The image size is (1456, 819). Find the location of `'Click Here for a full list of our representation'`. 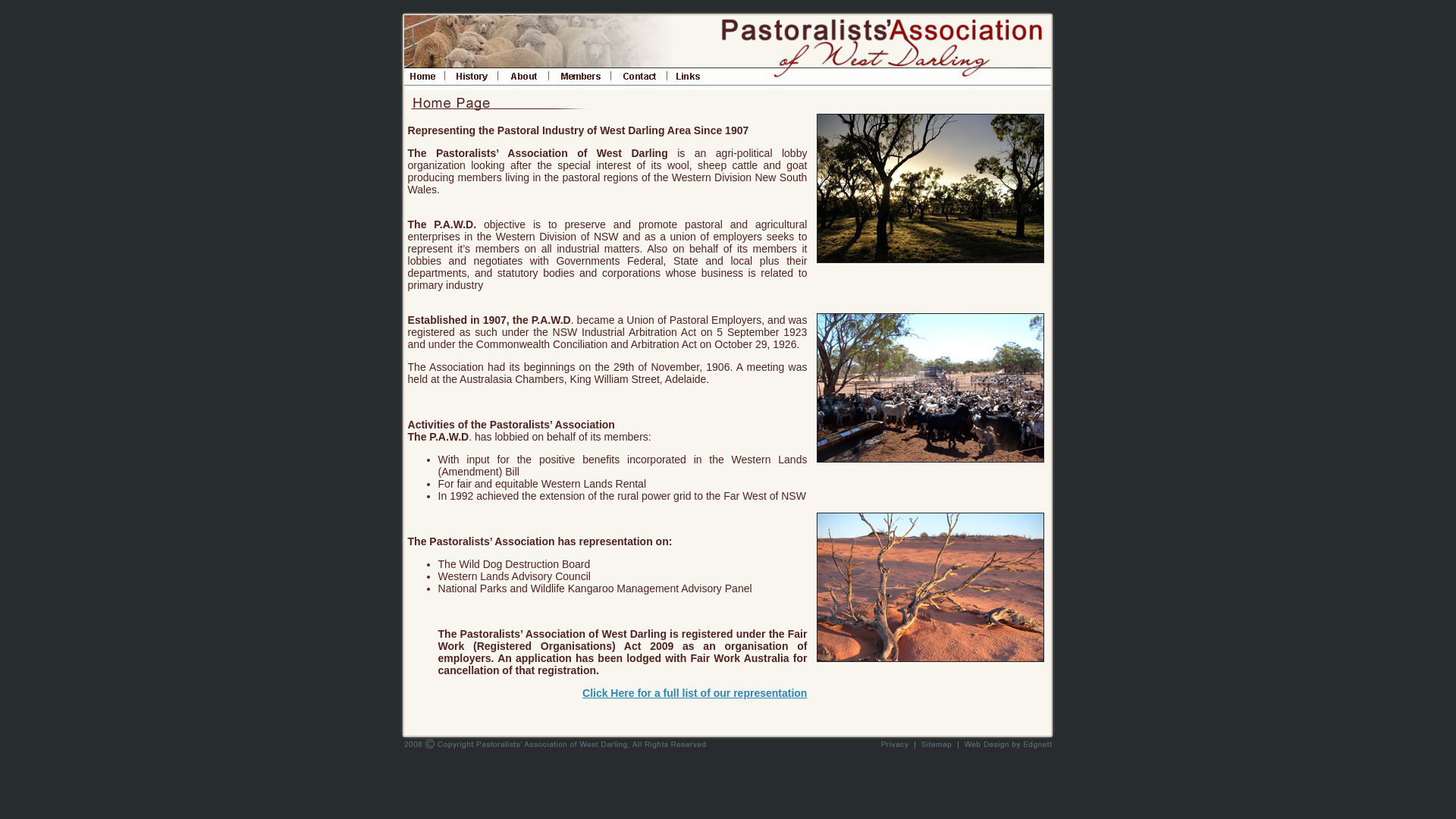

'Click Here for a full list of our representation' is located at coordinates (694, 693).